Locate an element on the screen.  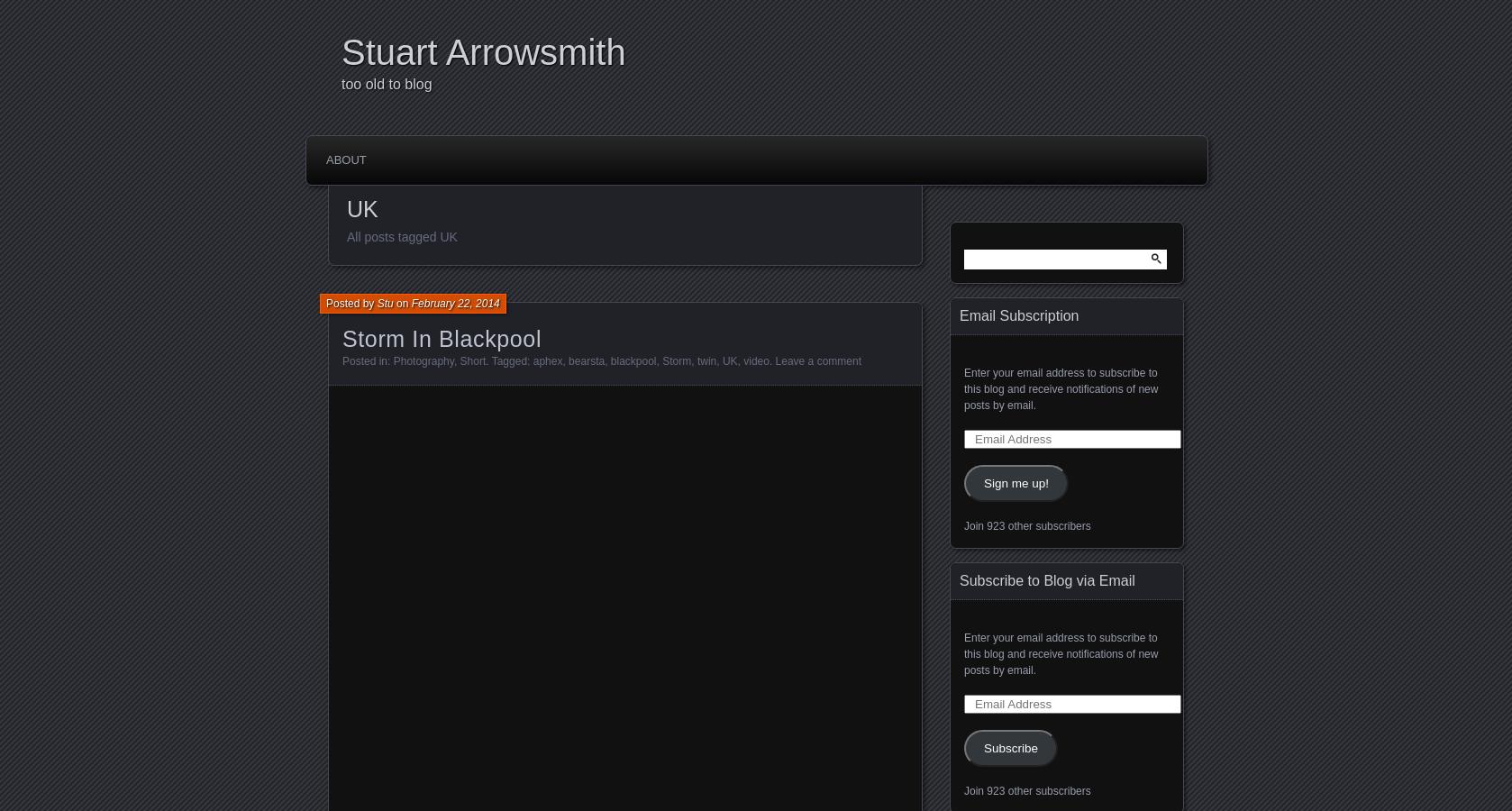
'Posted by' is located at coordinates (351, 302).